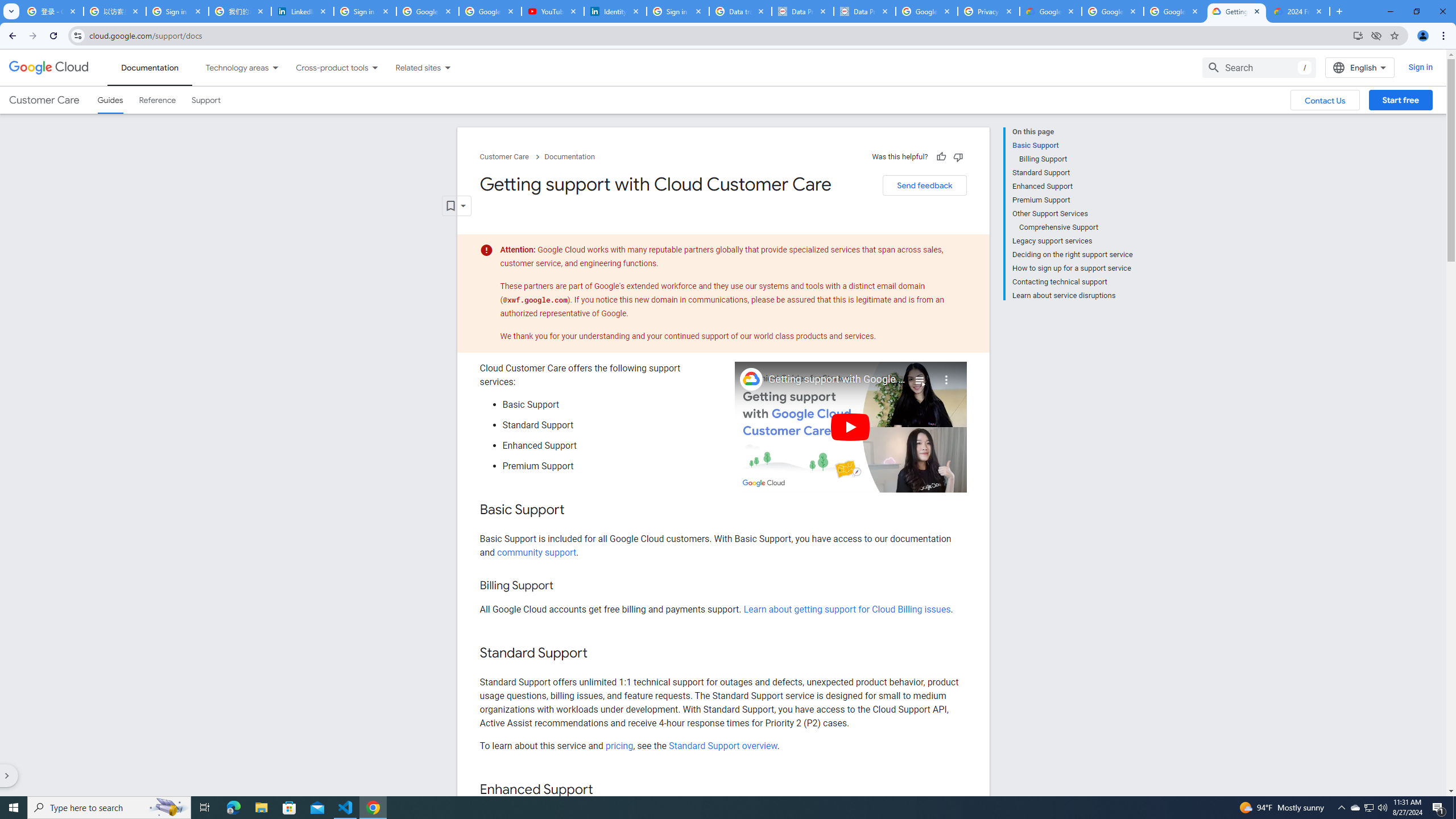  What do you see at coordinates (924, 185) in the screenshot?
I see `'Send feedback'` at bounding box center [924, 185].